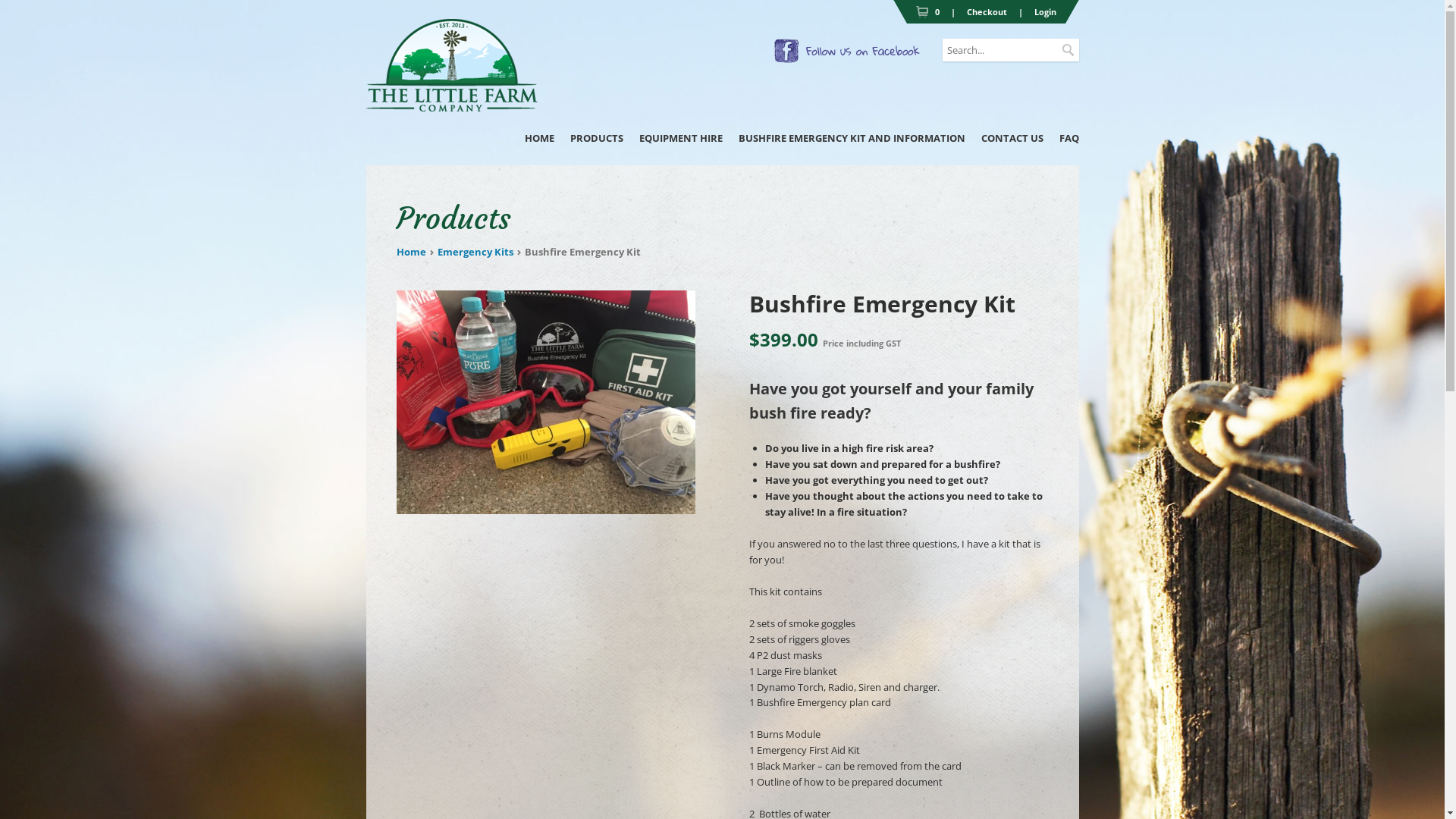 This screenshot has width=1456, height=819. Describe the element at coordinates (986, 11) in the screenshot. I see `'Checkout'` at that location.